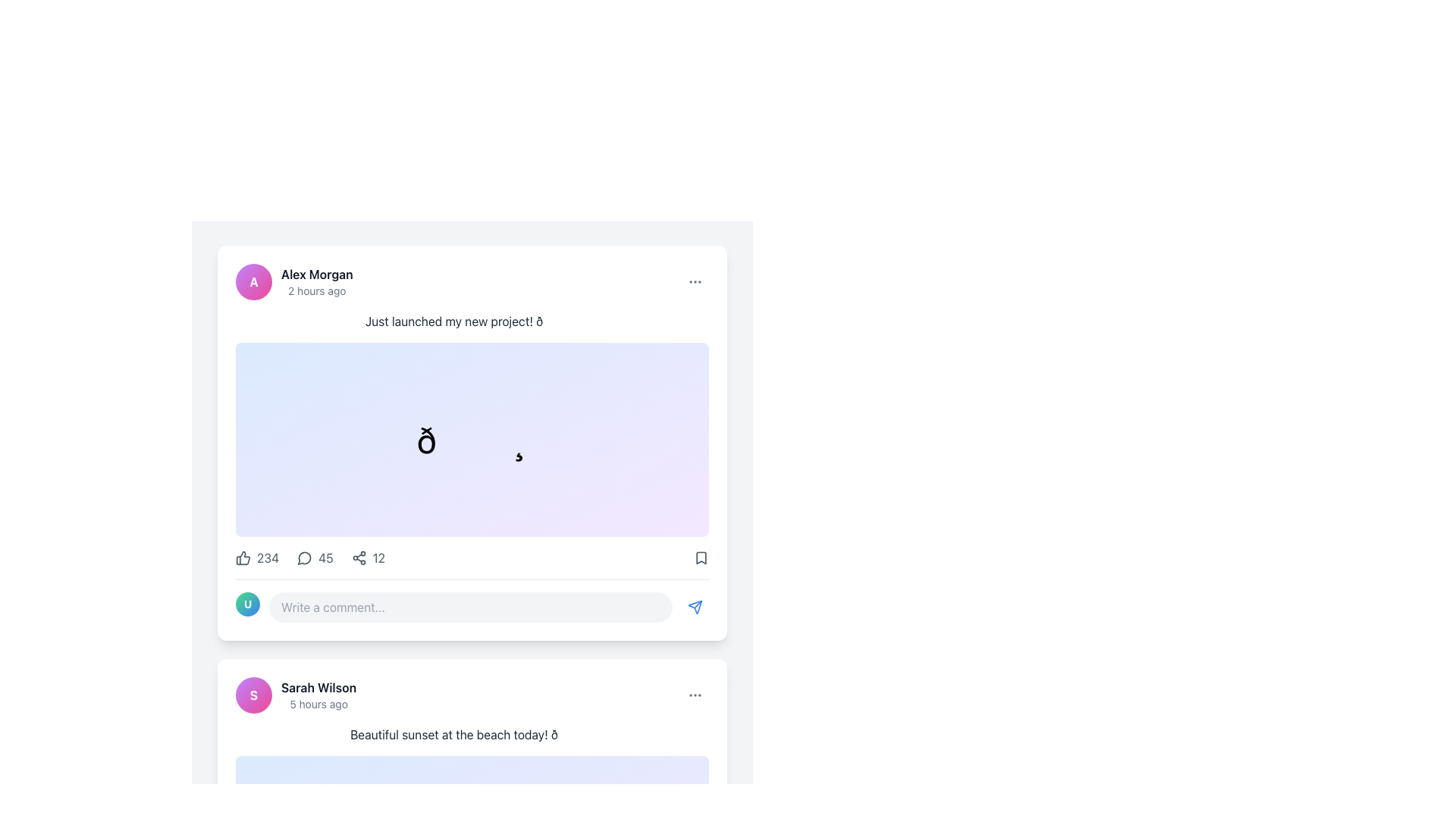 The width and height of the screenshot is (1456, 819). What do you see at coordinates (314, 558) in the screenshot?
I see `the Comment Indicator, which is the second interactive element in the row below the post, positioned between the likes and shares indicators` at bounding box center [314, 558].